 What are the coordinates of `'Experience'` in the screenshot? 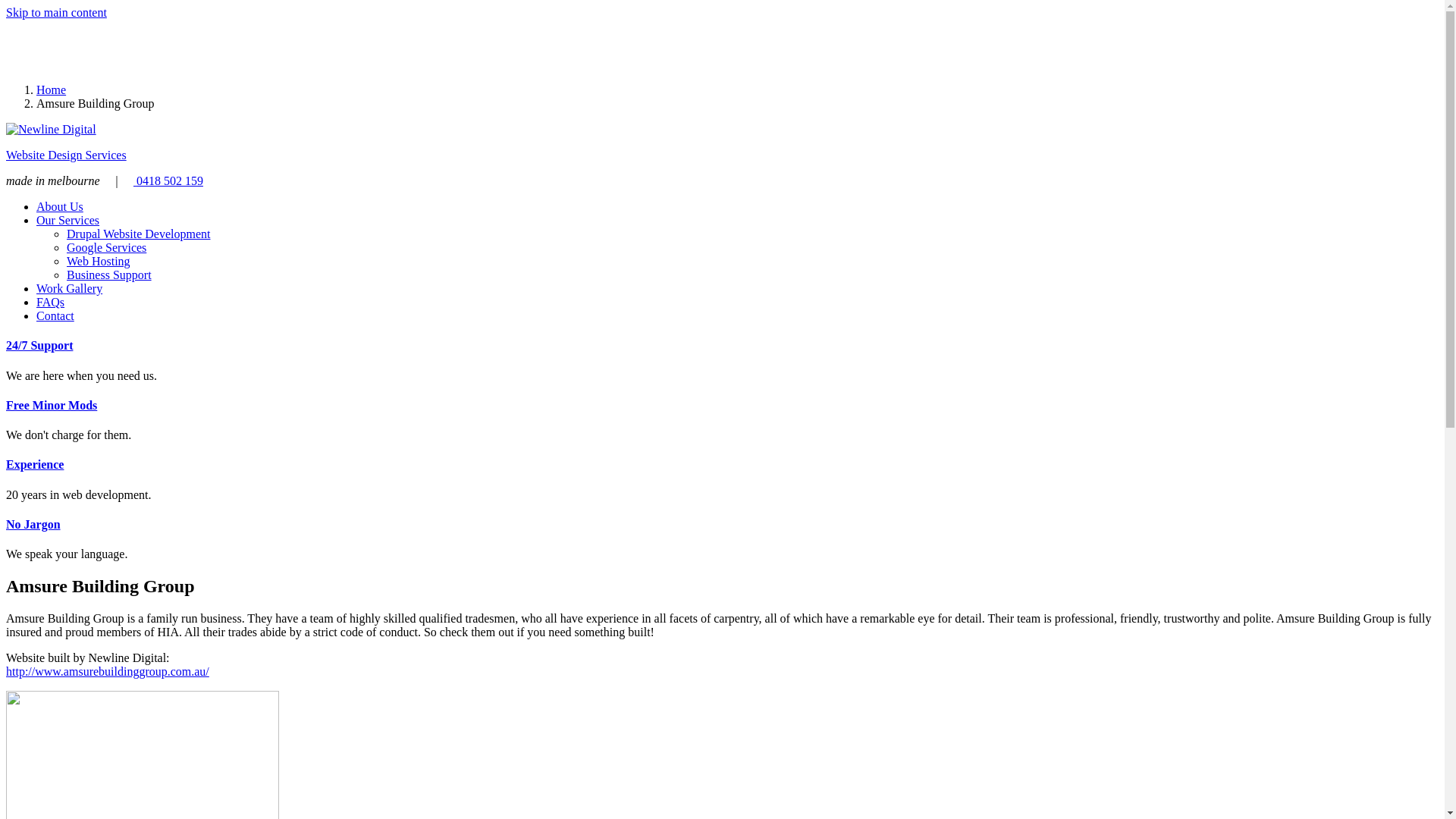 It's located at (35, 463).